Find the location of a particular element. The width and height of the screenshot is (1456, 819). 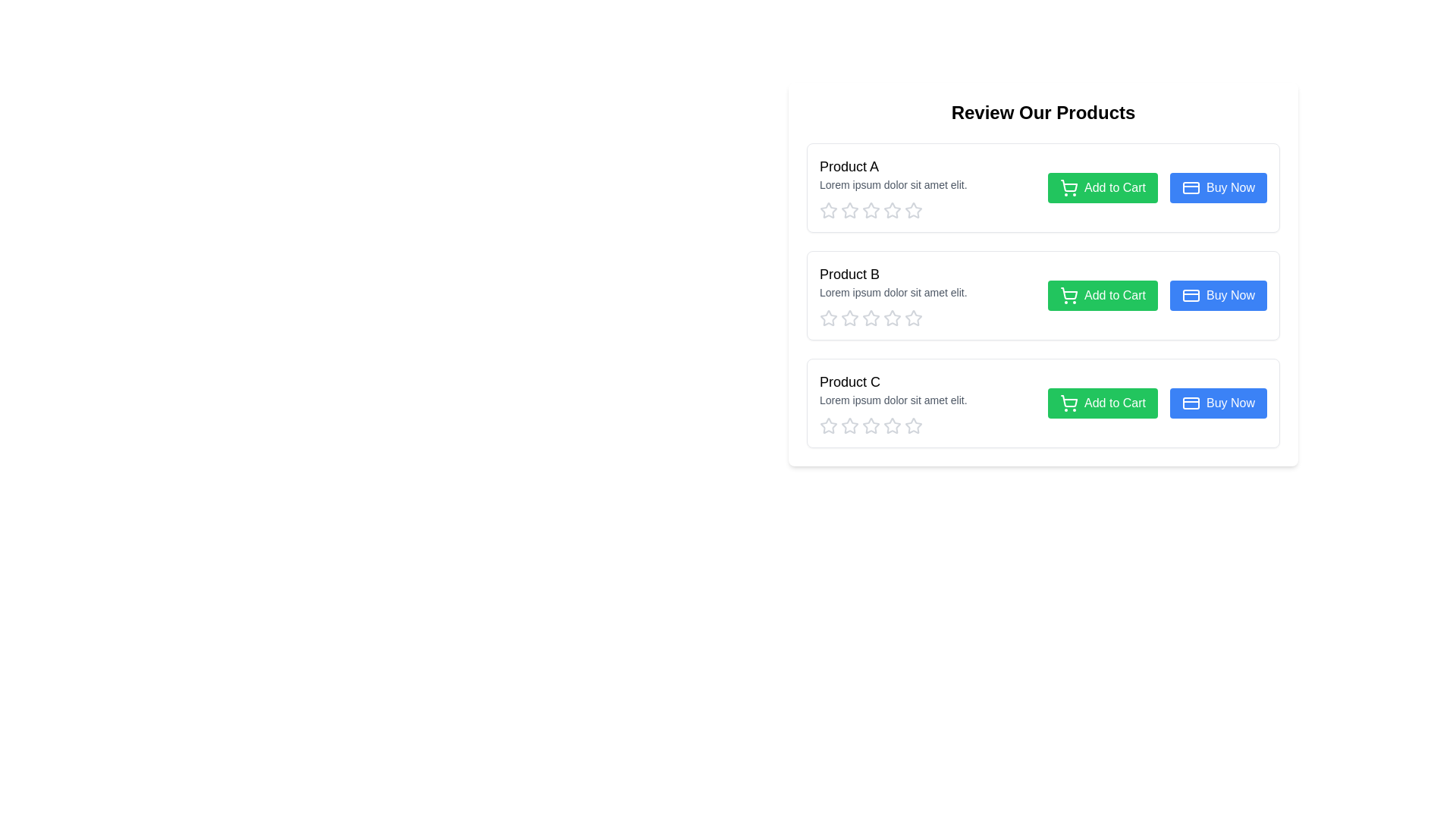

the decorative icon representing a credit card or payment feature located to the right of the 'Buy Now' button in the first row of the product list is located at coordinates (1190, 187).